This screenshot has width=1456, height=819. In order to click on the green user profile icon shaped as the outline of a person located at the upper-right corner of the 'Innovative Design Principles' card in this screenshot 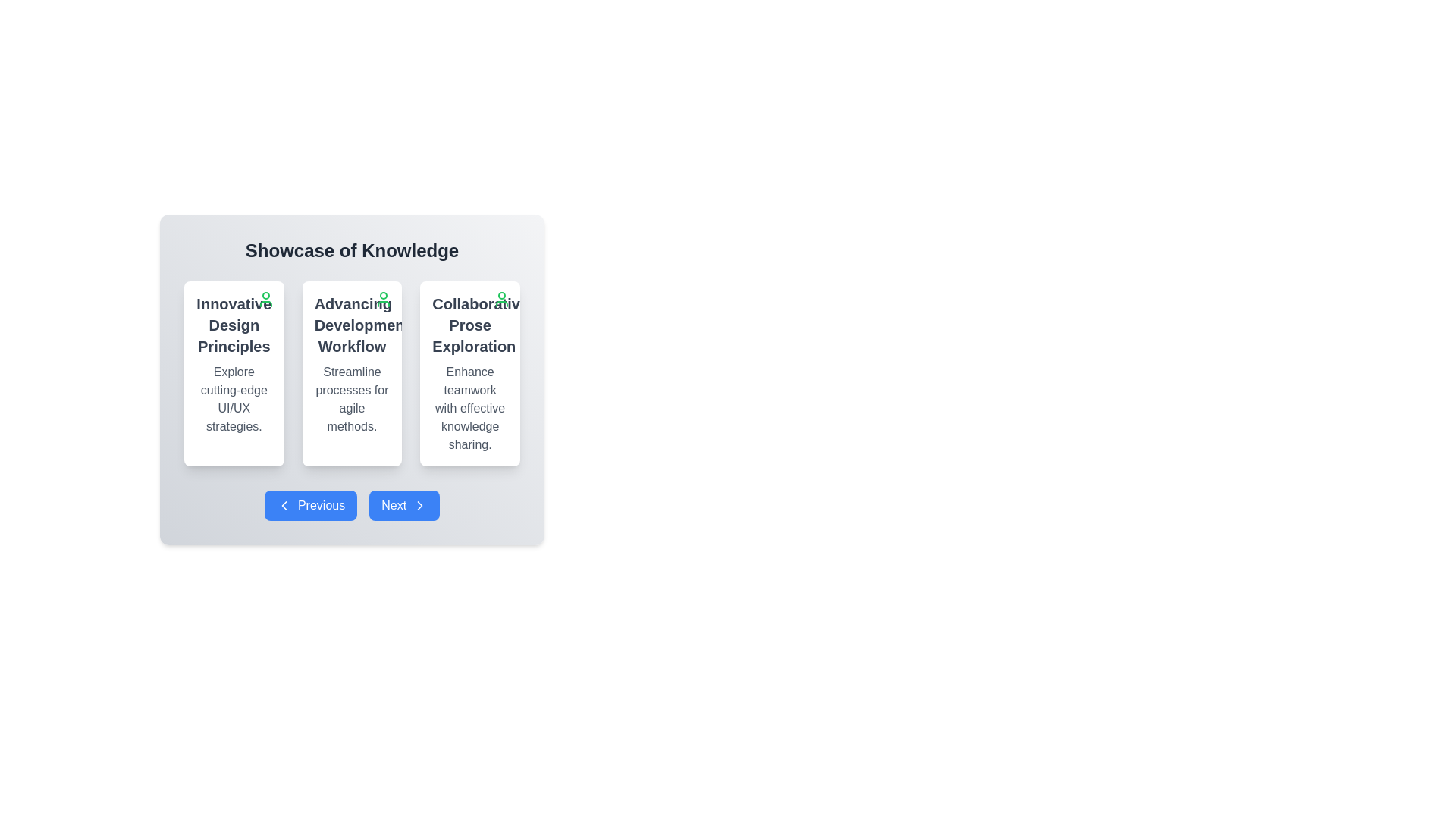, I will do `click(265, 299)`.